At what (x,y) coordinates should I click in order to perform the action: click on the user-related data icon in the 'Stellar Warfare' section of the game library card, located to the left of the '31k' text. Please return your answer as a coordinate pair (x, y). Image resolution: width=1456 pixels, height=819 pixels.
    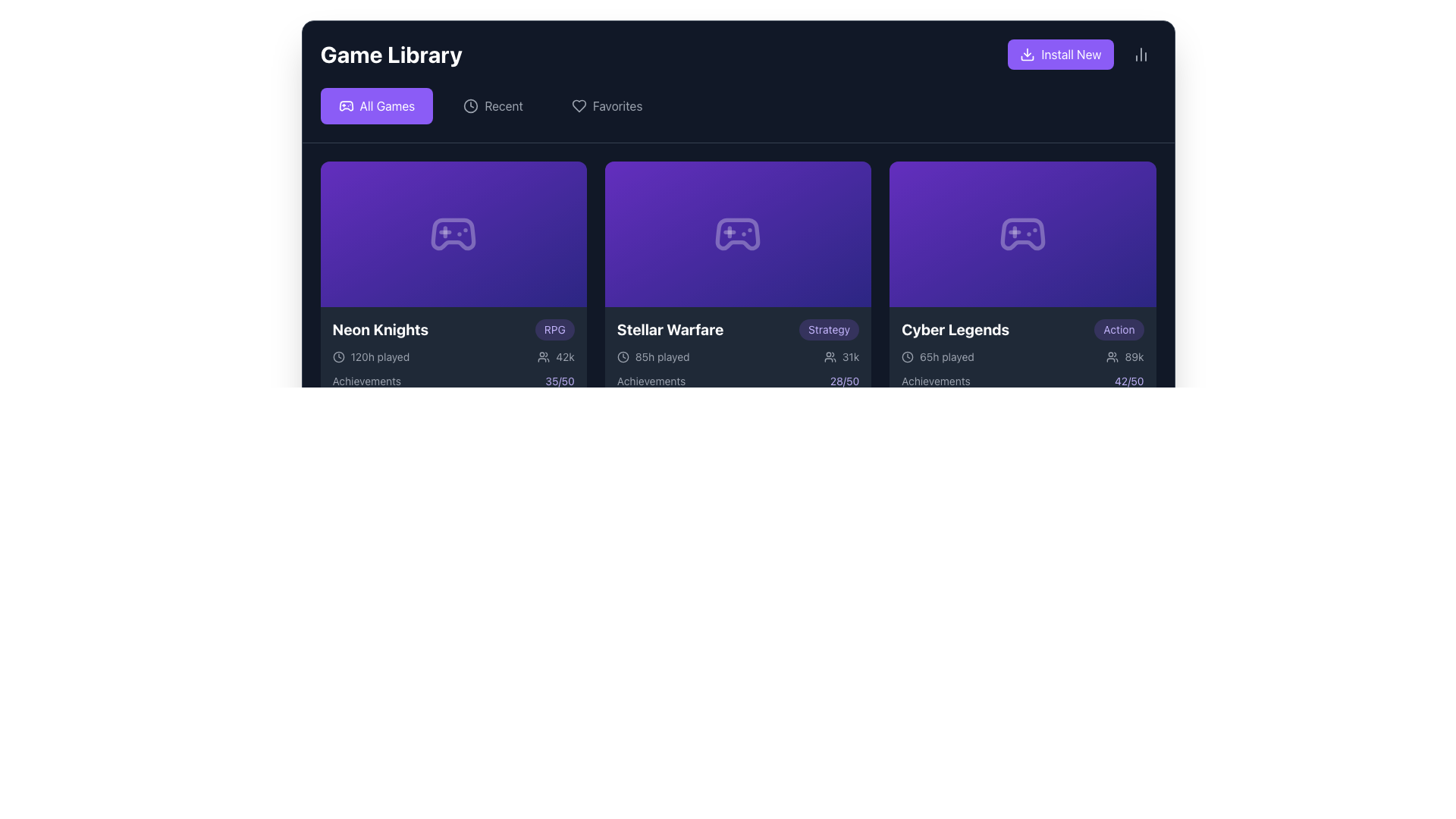
    Looking at the image, I should click on (829, 356).